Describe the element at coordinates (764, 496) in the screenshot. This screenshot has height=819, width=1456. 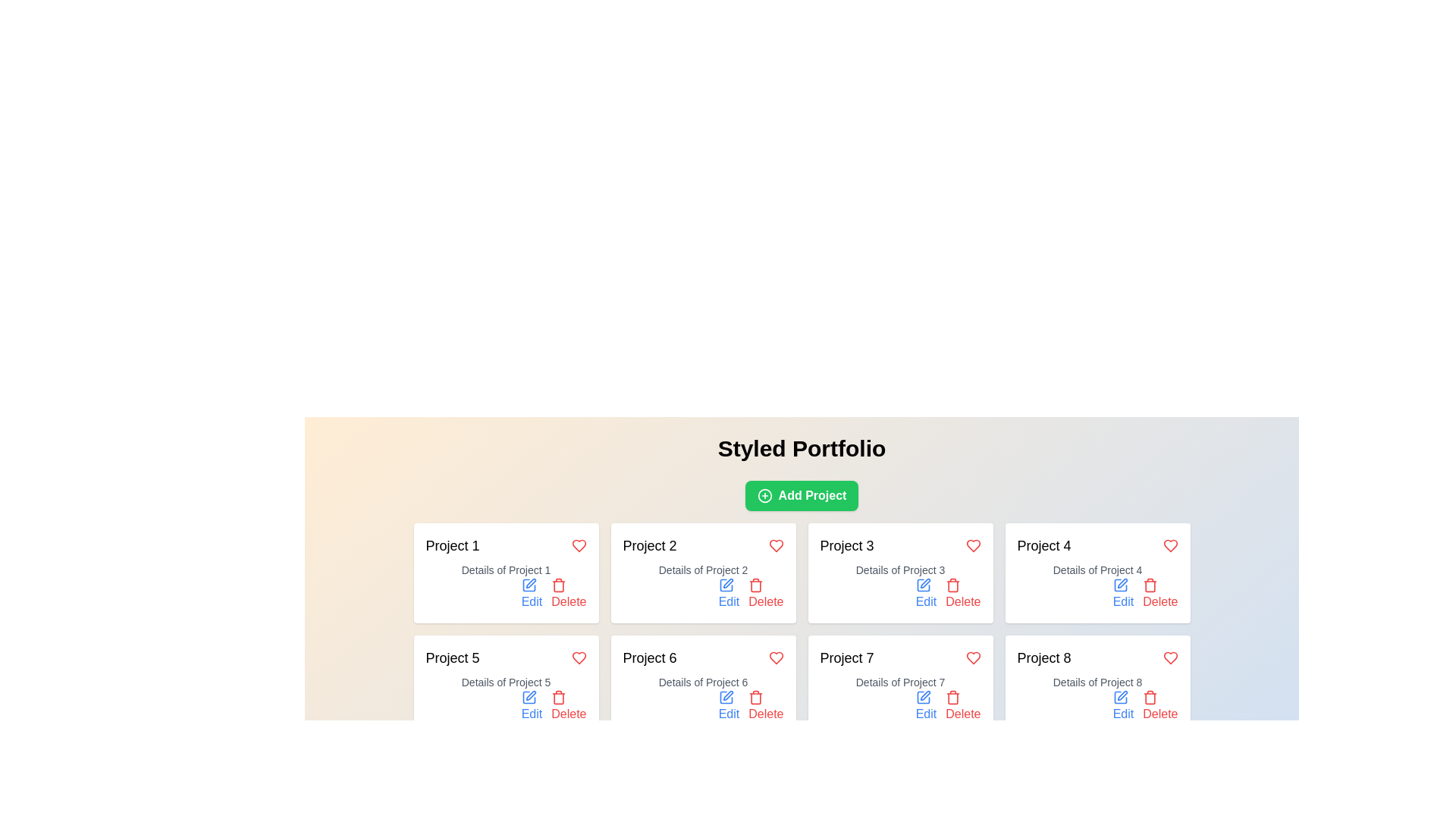
I see `the Circular Icon with Plus Sign located inside the 'Add Project' button to initiate the addition of a new project` at that location.